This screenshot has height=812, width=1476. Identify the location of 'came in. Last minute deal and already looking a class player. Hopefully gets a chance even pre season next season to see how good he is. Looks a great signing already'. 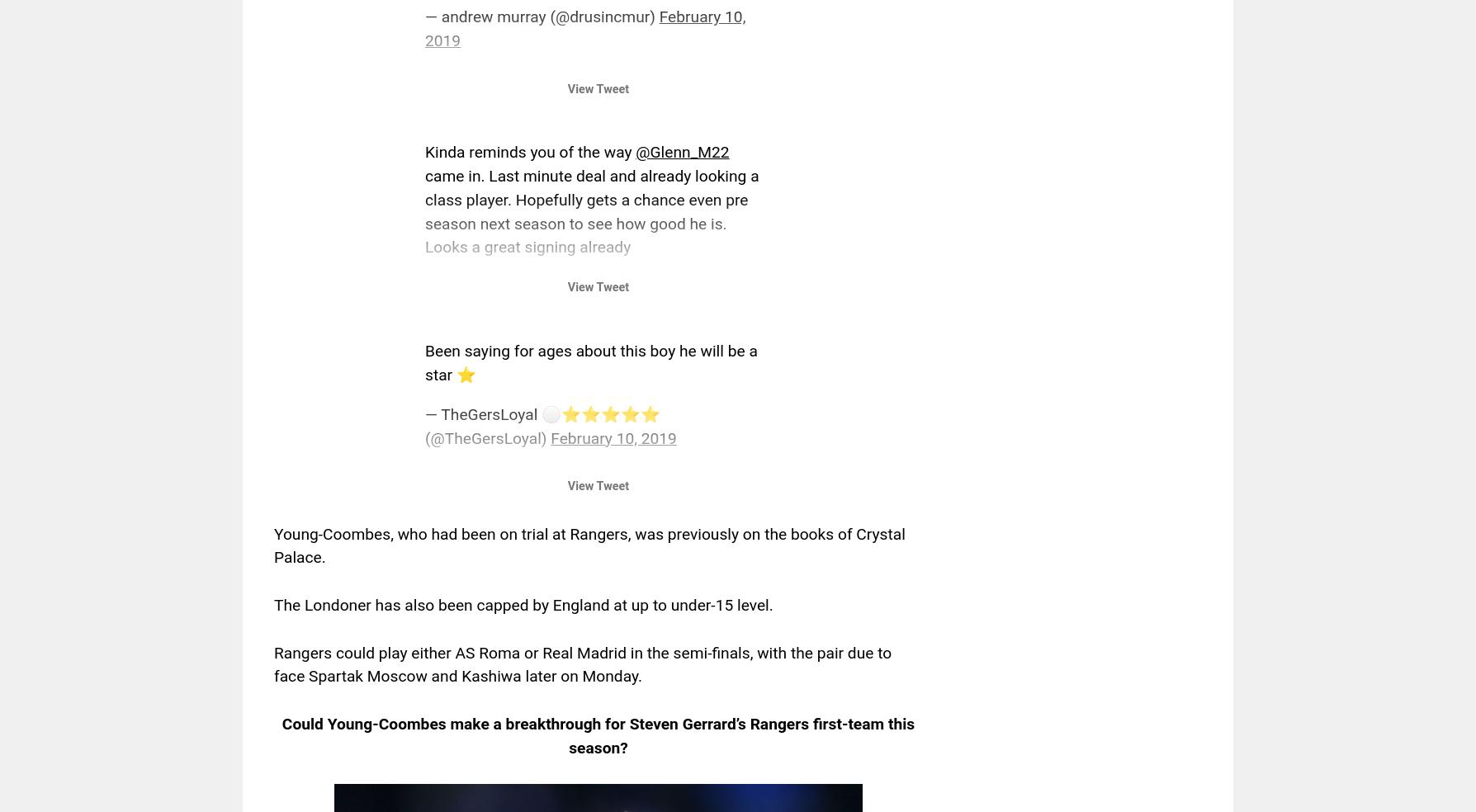
(424, 210).